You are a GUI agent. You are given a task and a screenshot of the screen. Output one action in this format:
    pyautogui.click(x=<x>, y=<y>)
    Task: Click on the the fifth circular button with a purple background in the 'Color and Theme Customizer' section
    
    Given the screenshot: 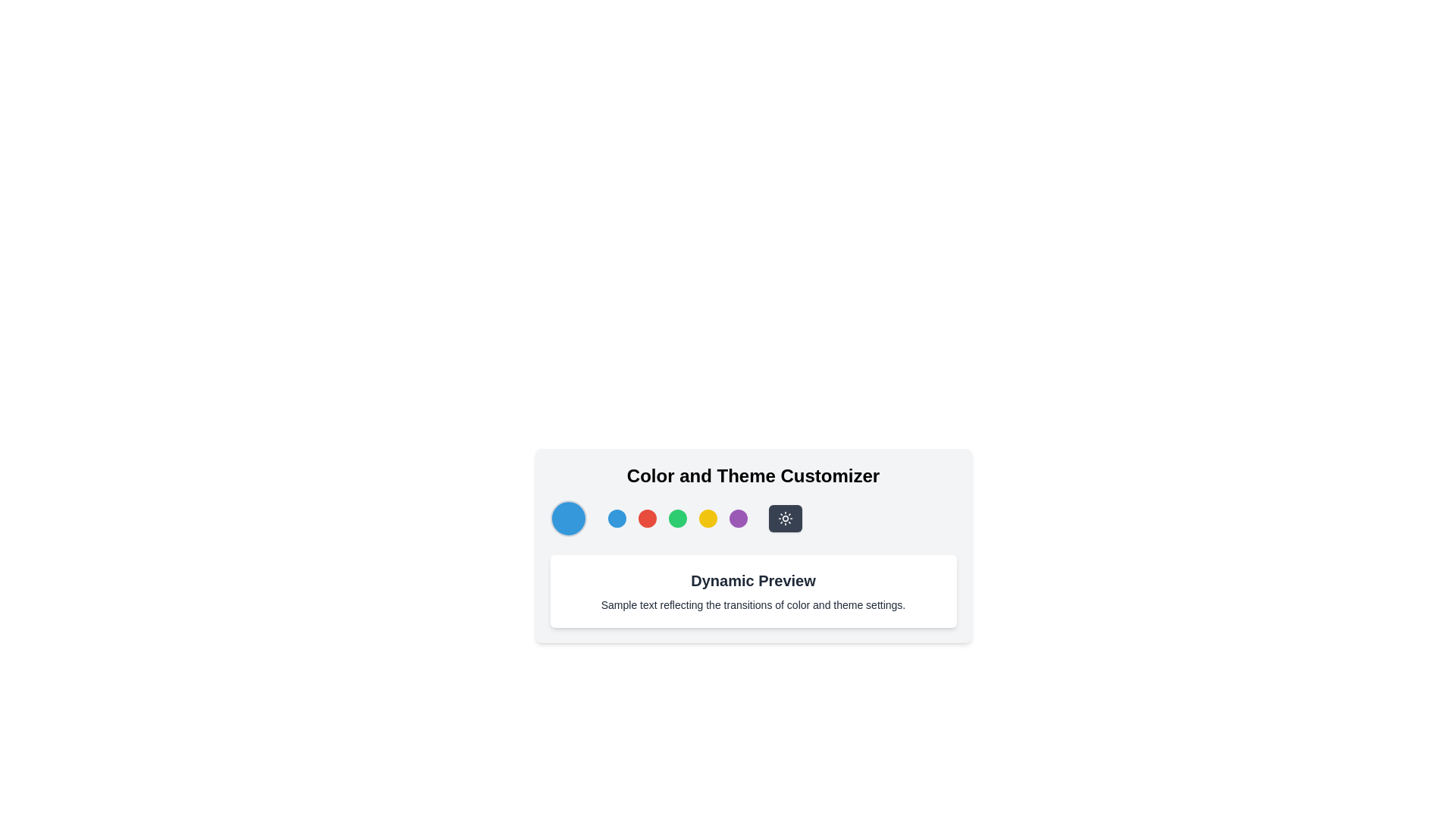 What is the action you would take?
    pyautogui.click(x=738, y=517)
    